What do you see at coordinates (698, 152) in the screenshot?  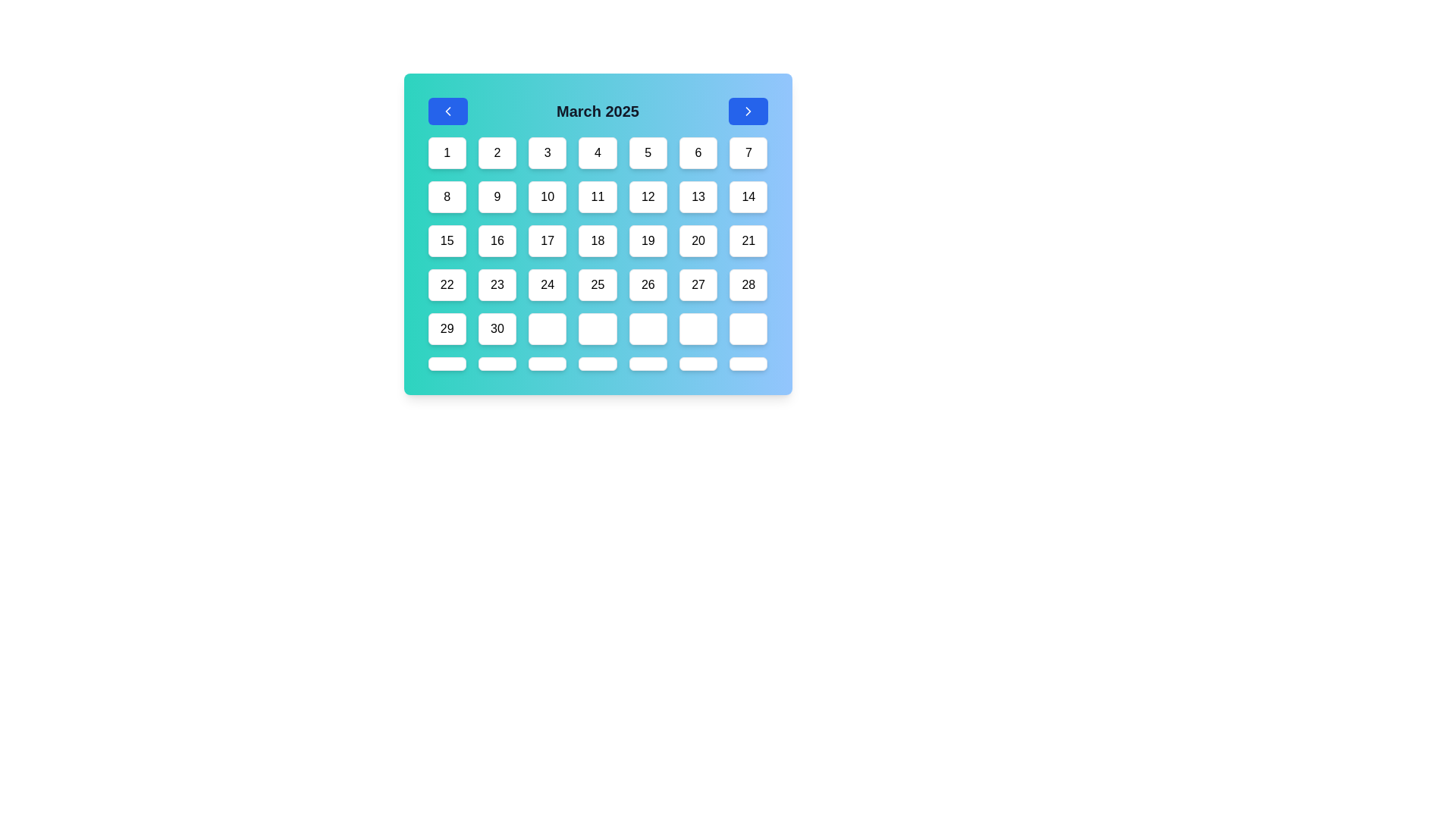 I see `the sixth day tile in the March 2025 calendar interface, which is positioned between the tiles labeled '5' and '7'` at bounding box center [698, 152].